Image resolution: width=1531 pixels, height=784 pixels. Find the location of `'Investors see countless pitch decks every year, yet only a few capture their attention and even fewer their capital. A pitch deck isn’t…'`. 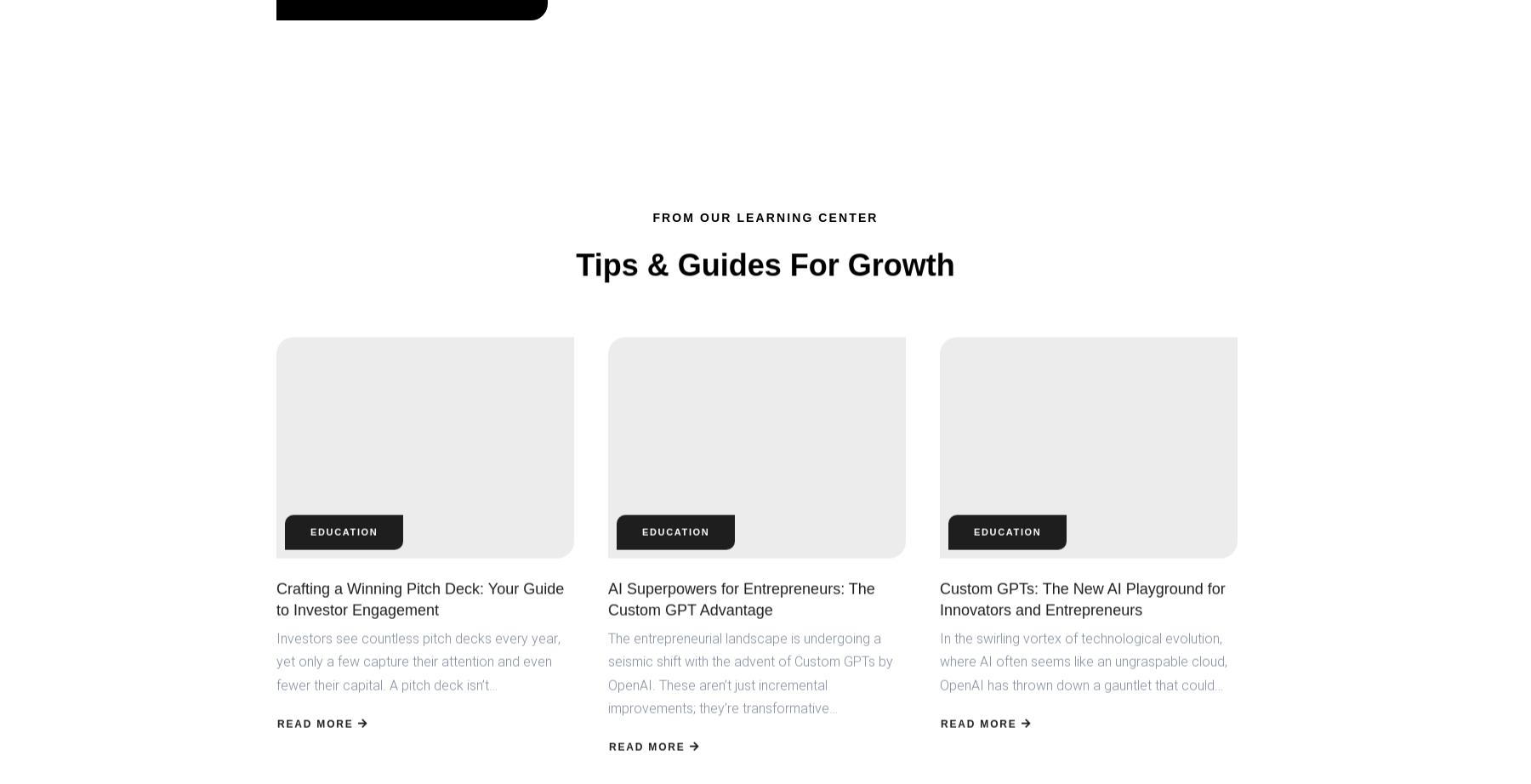

'Investors see countless pitch decks every year, yet only a few capture their attention and even fewer their capital. A pitch deck isn’t…' is located at coordinates (417, 657).